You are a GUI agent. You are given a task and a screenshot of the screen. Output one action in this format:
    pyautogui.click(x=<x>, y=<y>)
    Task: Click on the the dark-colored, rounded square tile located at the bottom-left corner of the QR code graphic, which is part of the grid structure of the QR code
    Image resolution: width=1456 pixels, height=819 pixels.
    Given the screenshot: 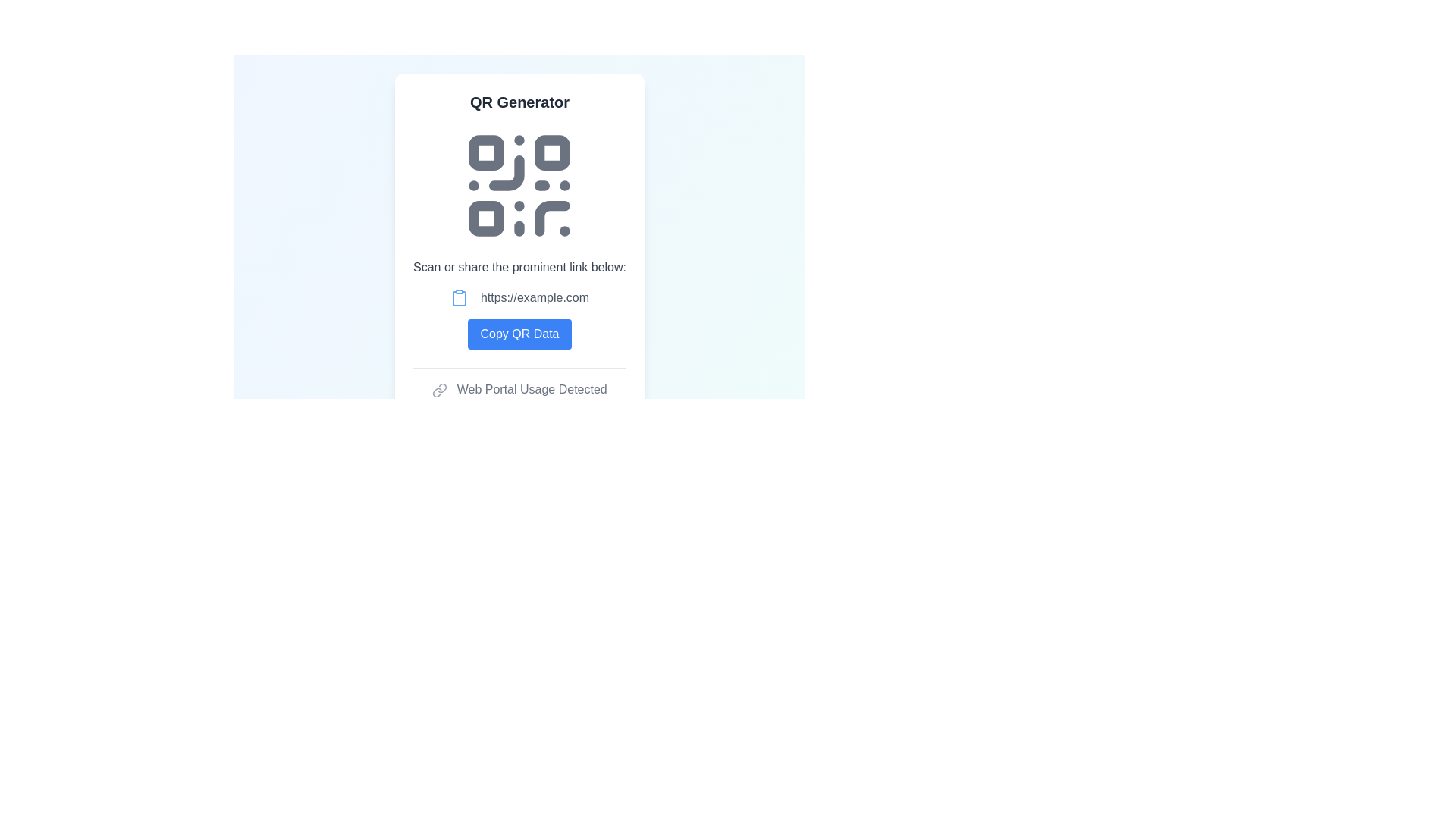 What is the action you would take?
    pyautogui.click(x=487, y=218)
    